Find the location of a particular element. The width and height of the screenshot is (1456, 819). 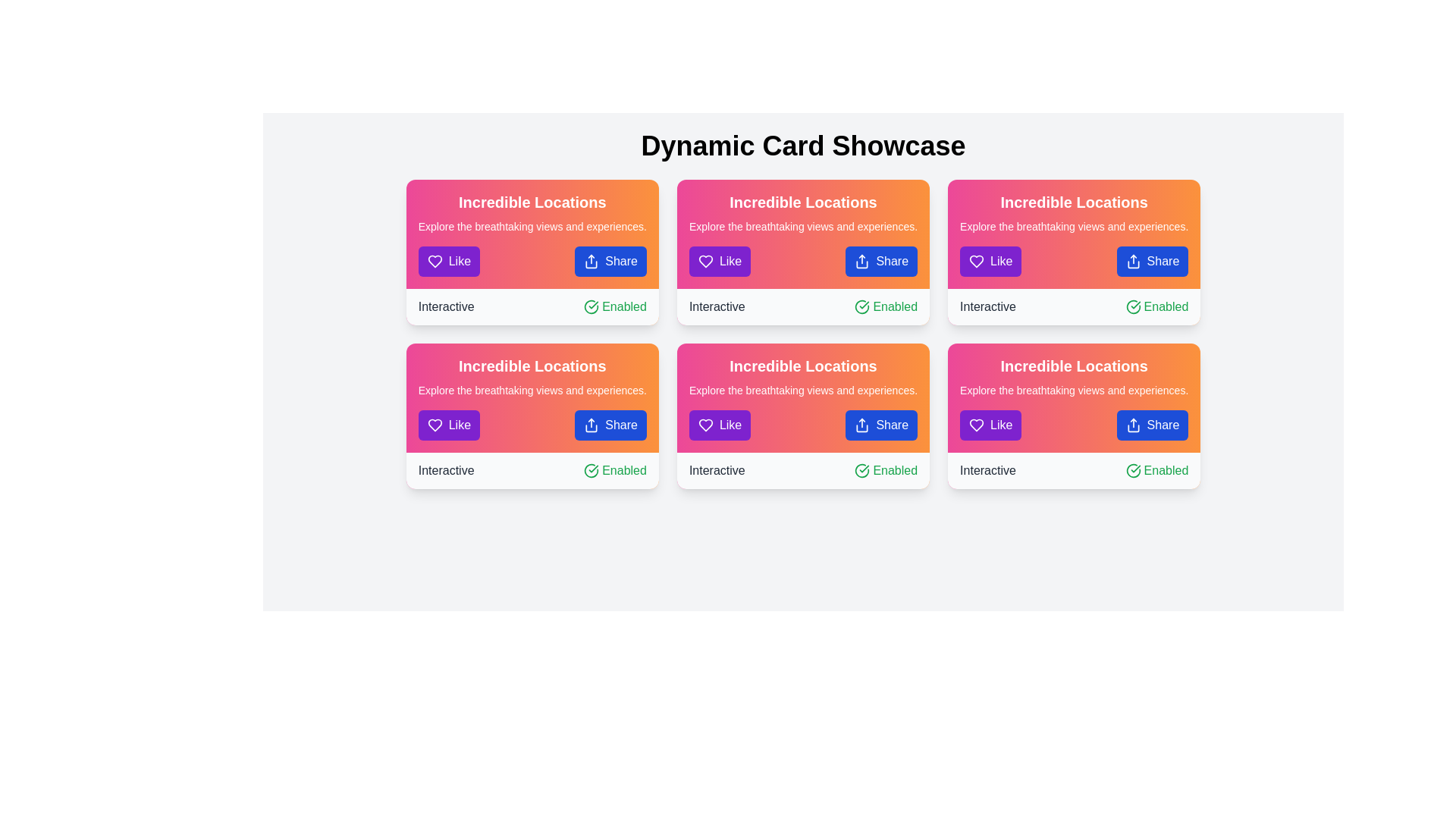

the 'like' icon in the third card of the first row is located at coordinates (977, 260).